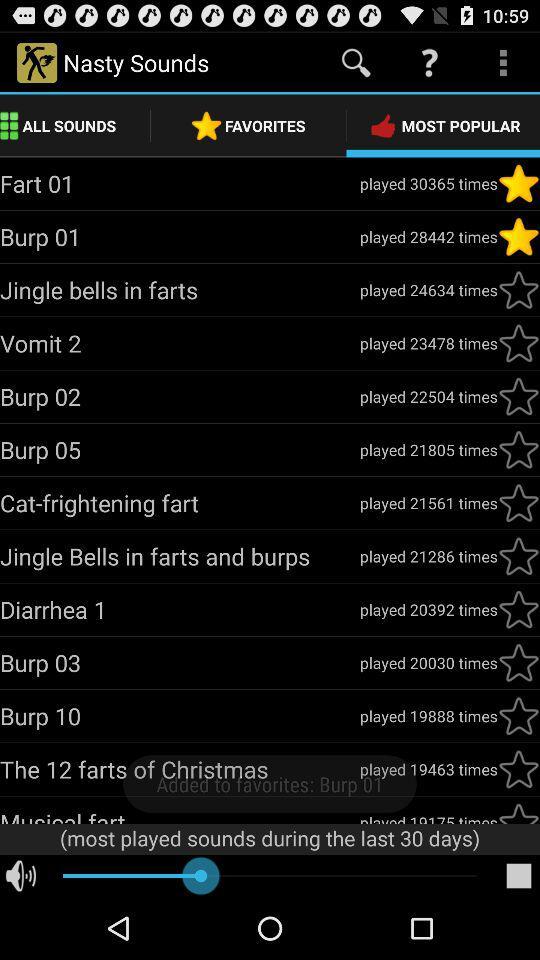 Image resolution: width=540 pixels, height=960 pixels. What do you see at coordinates (518, 450) in the screenshot?
I see `important to know` at bounding box center [518, 450].